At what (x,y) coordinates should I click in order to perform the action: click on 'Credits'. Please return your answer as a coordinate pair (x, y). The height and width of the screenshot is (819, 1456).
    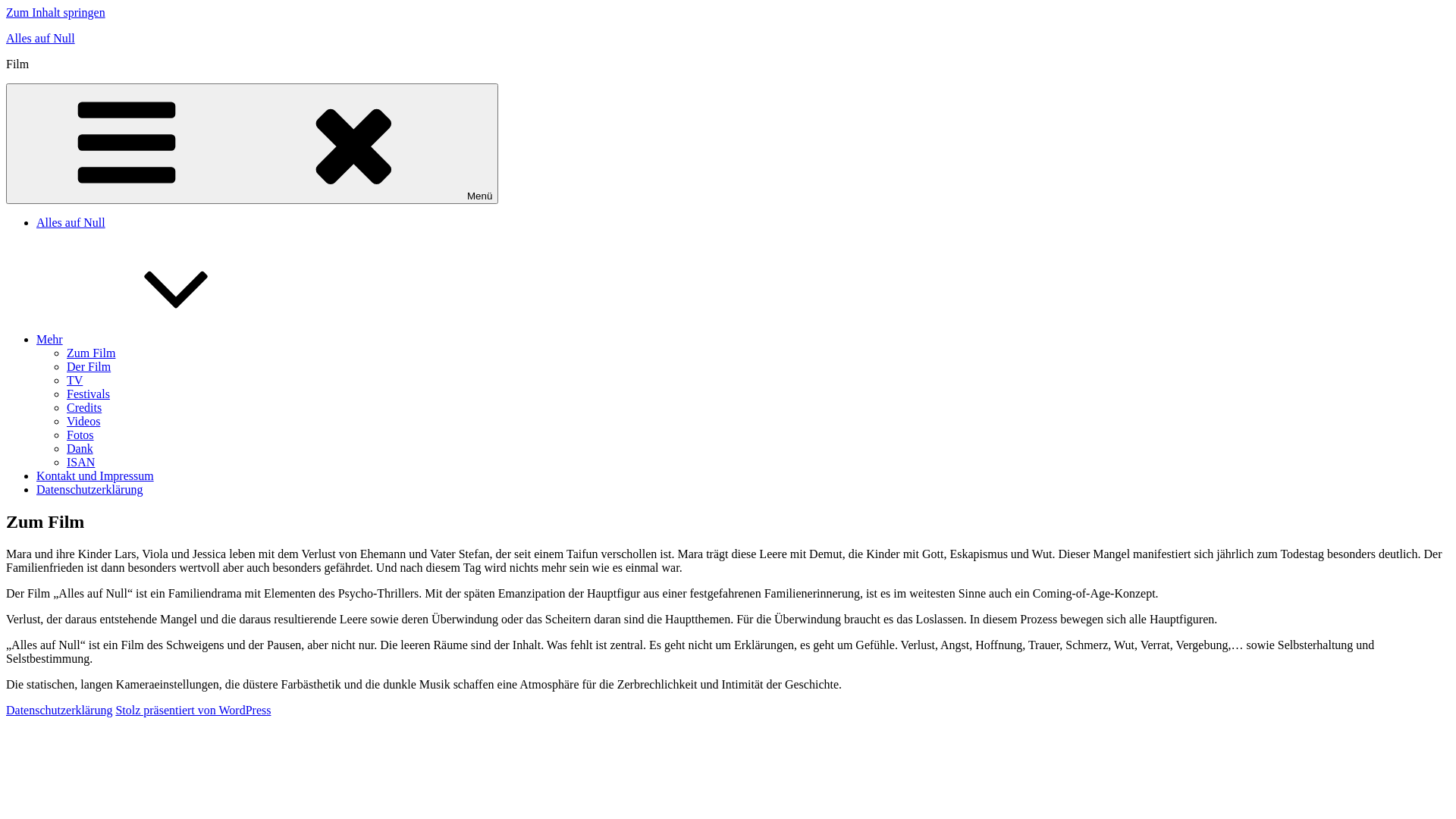
    Looking at the image, I should click on (83, 406).